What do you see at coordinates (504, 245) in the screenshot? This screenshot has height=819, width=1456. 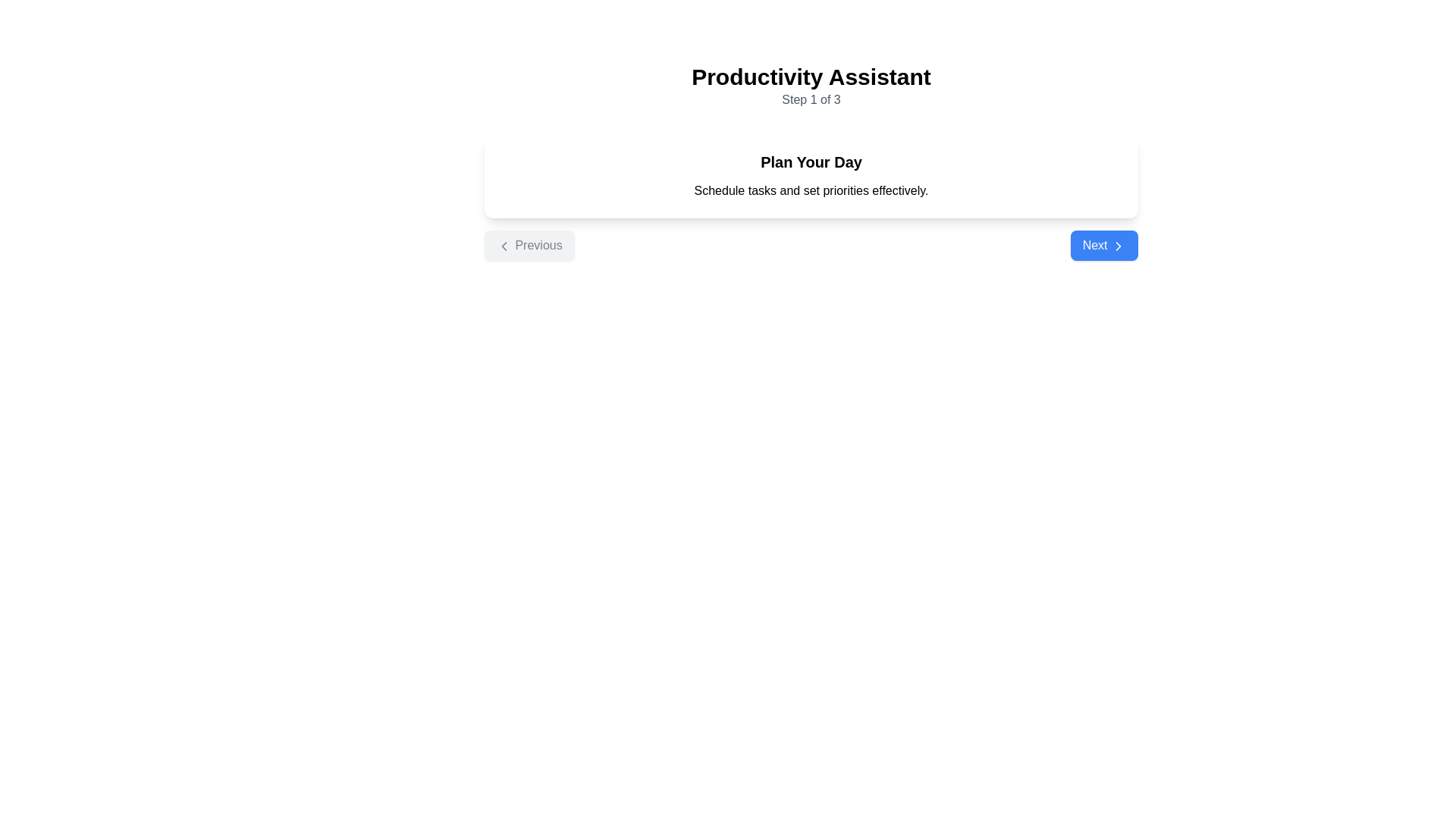 I see `the 'Previous' button located in the lower-left portion of the interface, which is accompanied by a leftward navigation icon` at bounding box center [504, 245].